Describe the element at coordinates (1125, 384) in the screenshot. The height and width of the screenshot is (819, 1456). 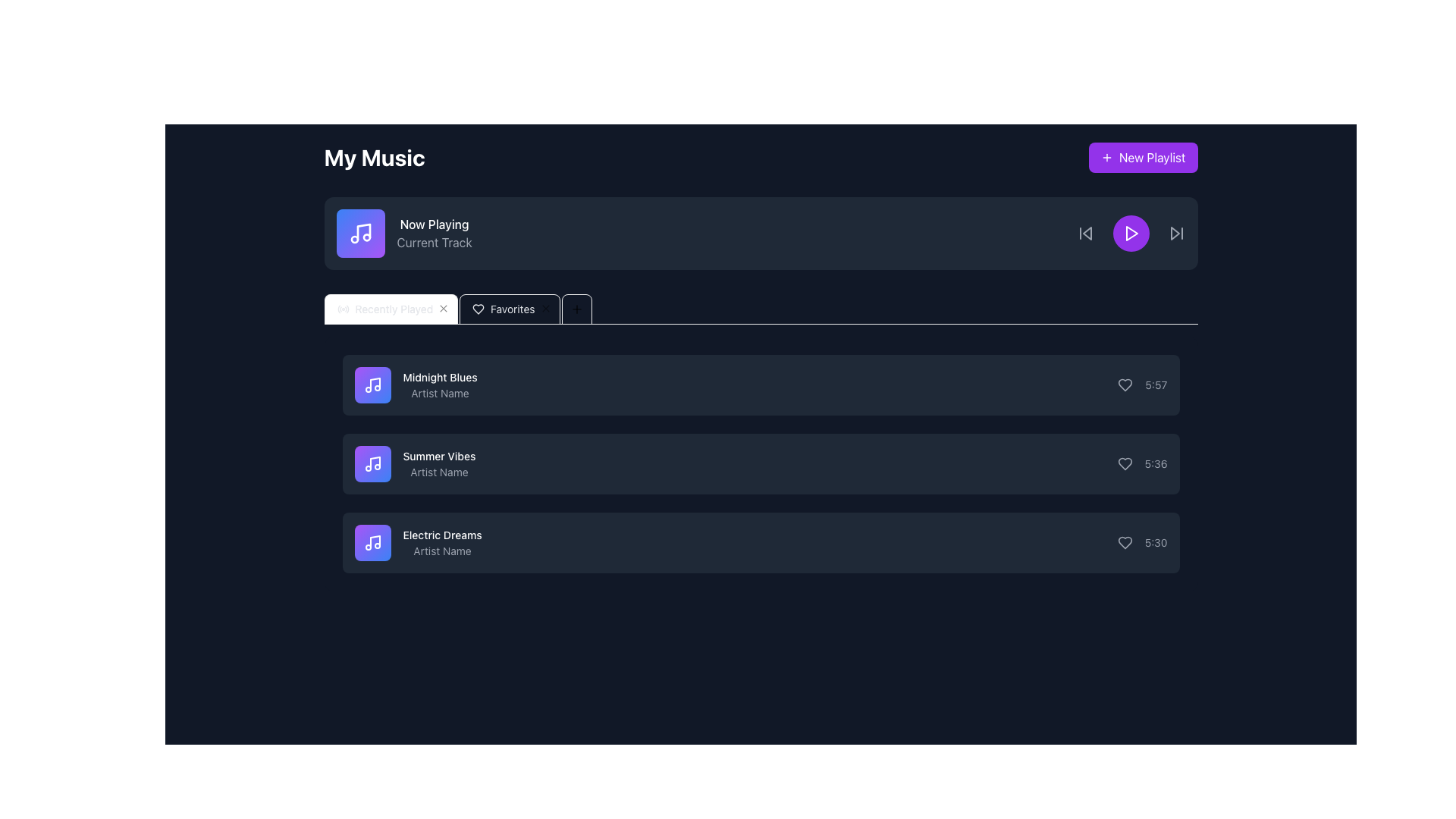
I see `the heart-shaped favorite icon located to the left of the timestamp '5:57' in the media list` at that location.